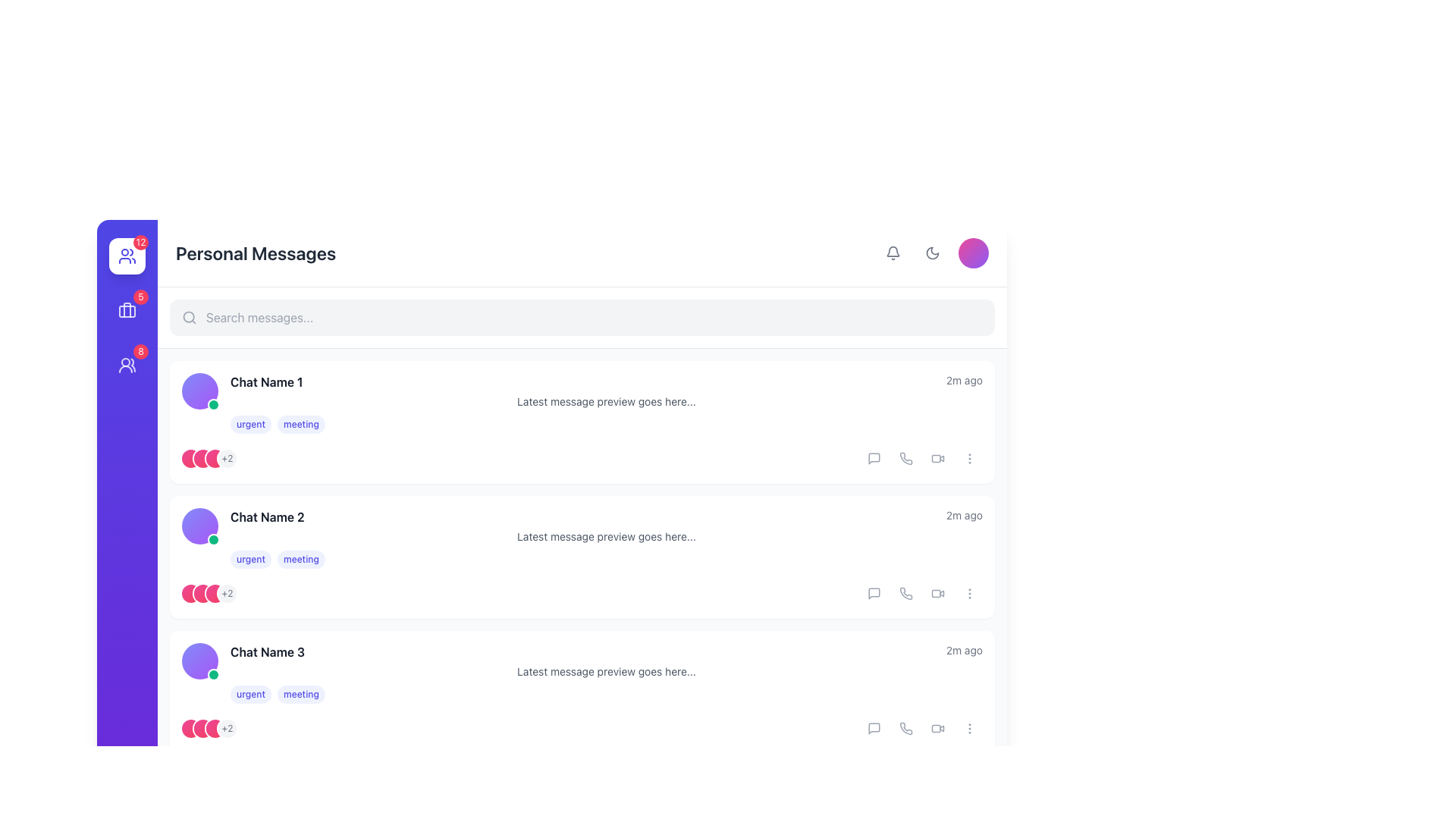 The width and height of the screenshot is (1456, 819). Describe the element at coordinates (937, 727) in the screenshot. I see `the small video camera icon button, which is styled in light gray and transitions to indigo upon hover, located as the sixth item in a horizontal grouping of icons` at that location.